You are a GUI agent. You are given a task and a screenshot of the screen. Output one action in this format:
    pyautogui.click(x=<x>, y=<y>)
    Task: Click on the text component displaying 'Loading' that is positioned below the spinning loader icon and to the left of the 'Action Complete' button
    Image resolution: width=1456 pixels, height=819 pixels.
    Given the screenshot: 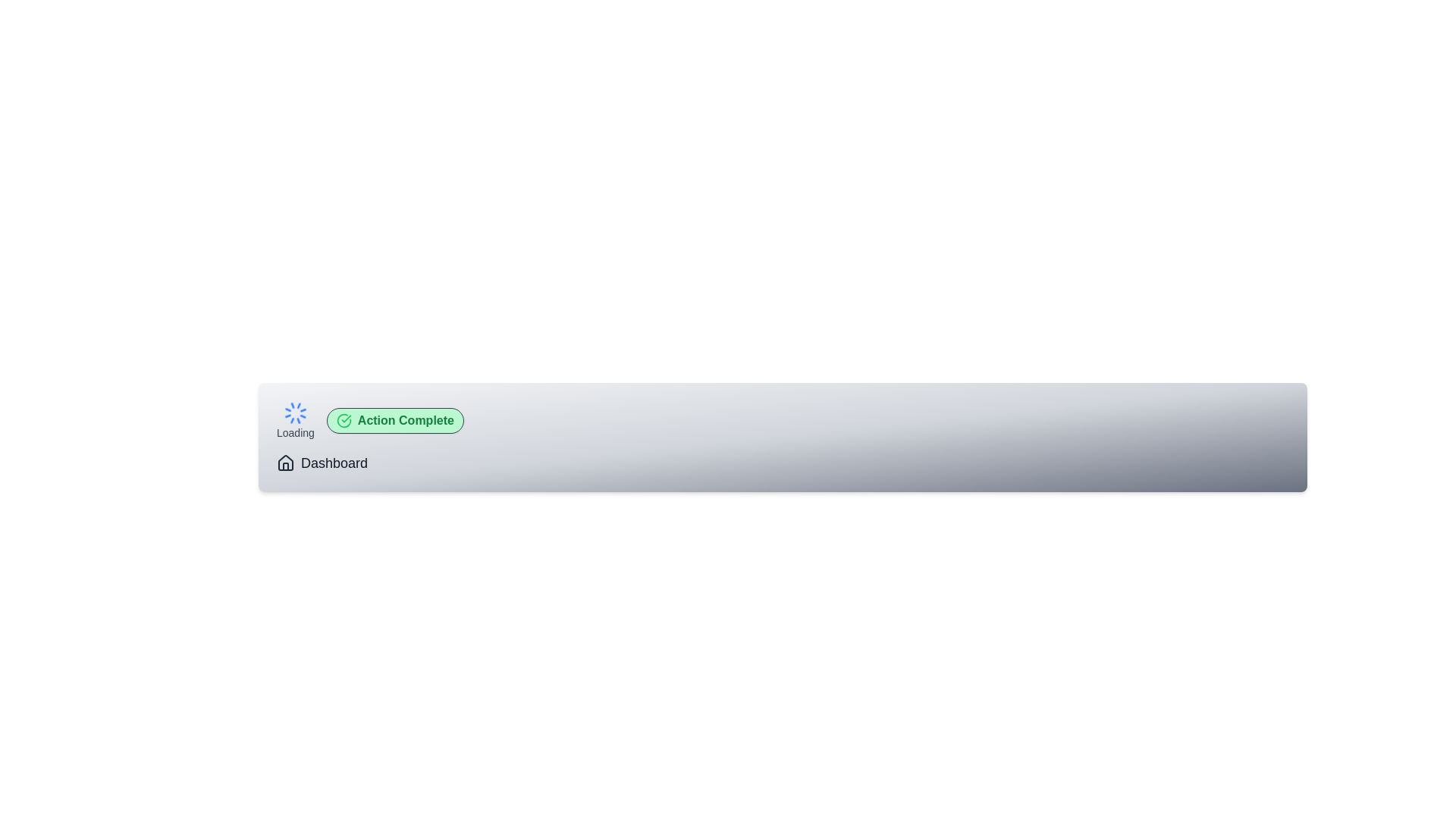 What is the action you would take?
    pyautogui.click(x=295, y=432)
    